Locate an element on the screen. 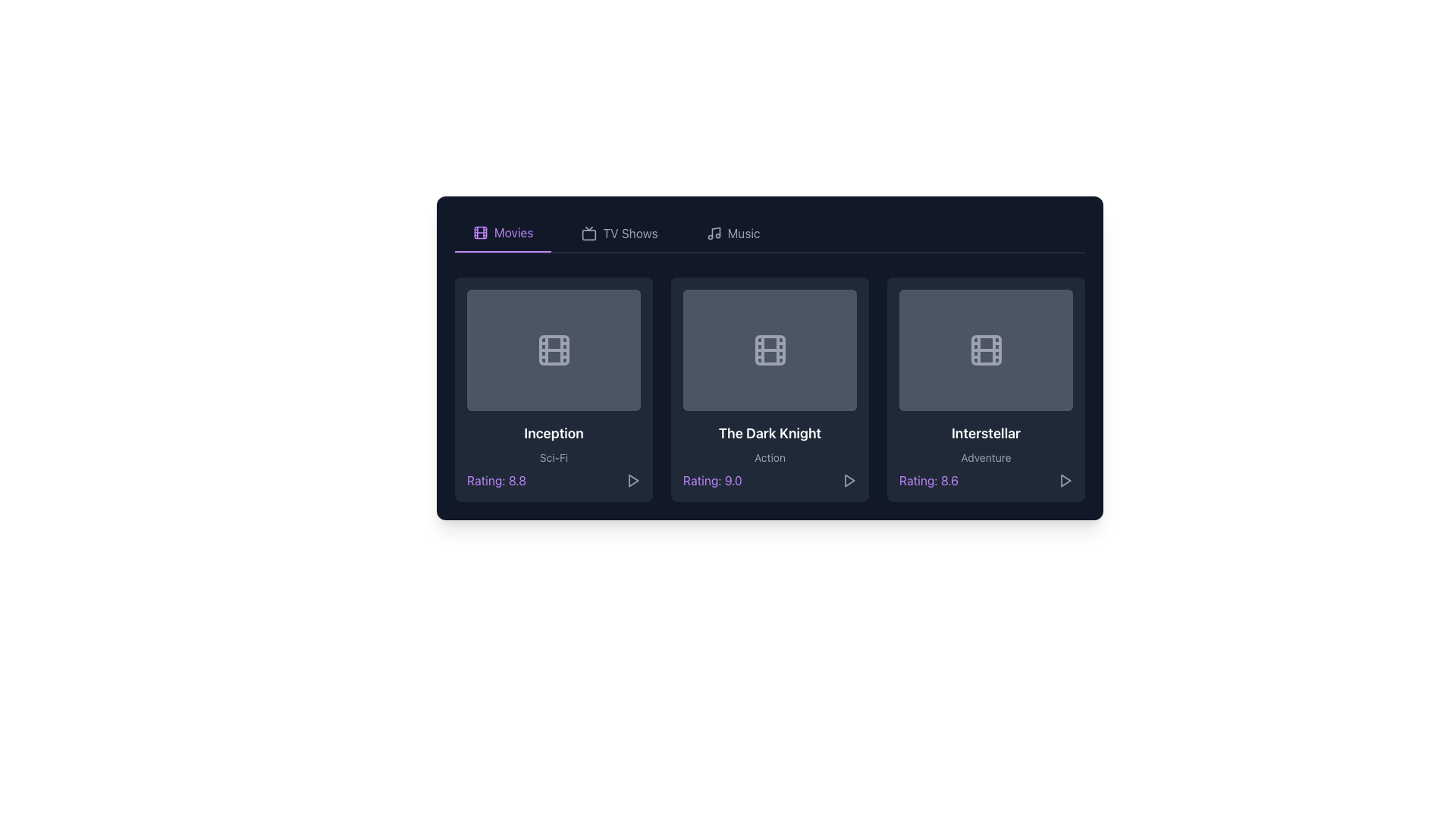 The width and height of the screenshot is (1456, 819). the 'TV Shows' section is located at coordinates (588, 234).